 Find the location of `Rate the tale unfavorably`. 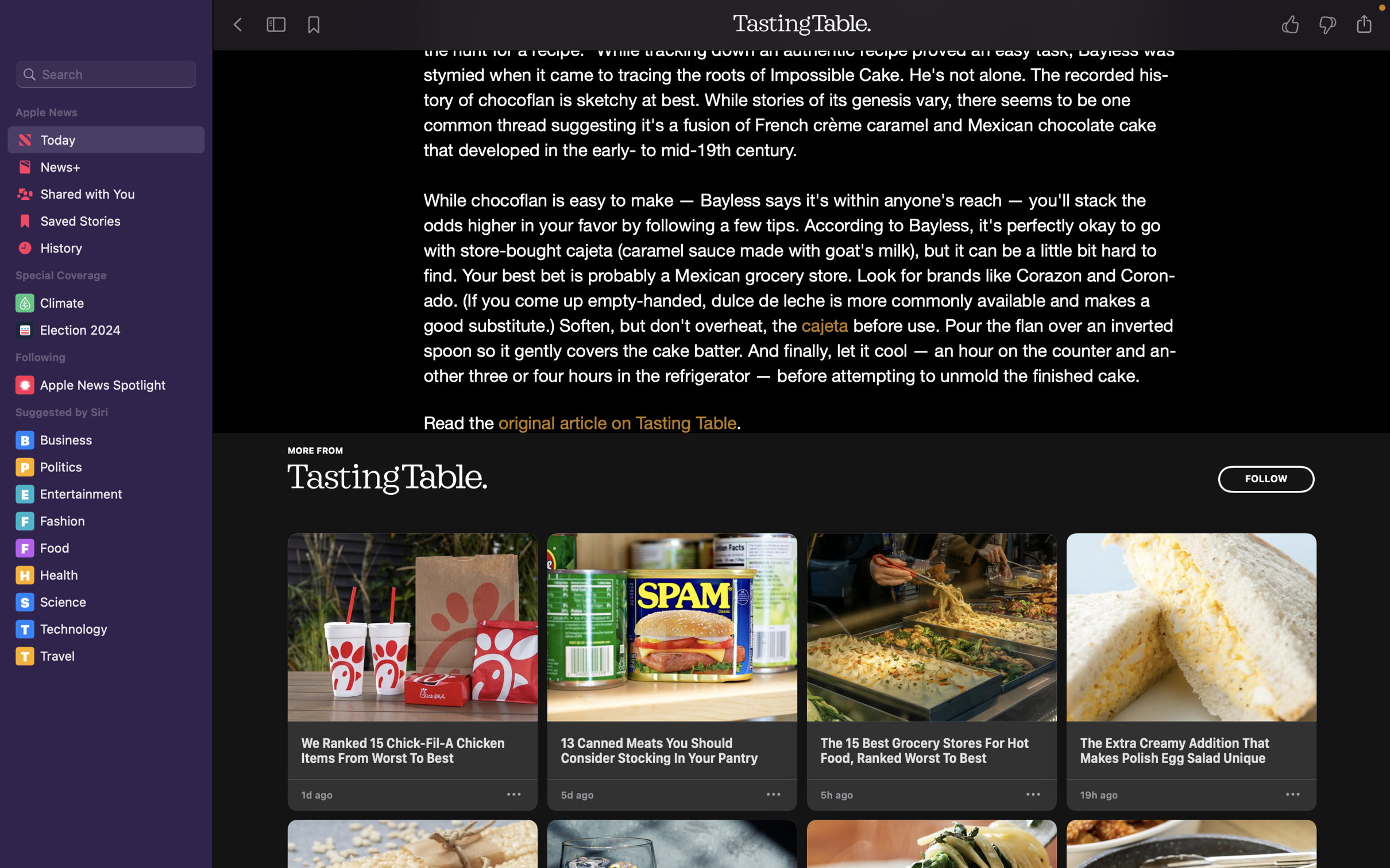

Rate the tale unfavorably is located at coordinates (1331, 26).